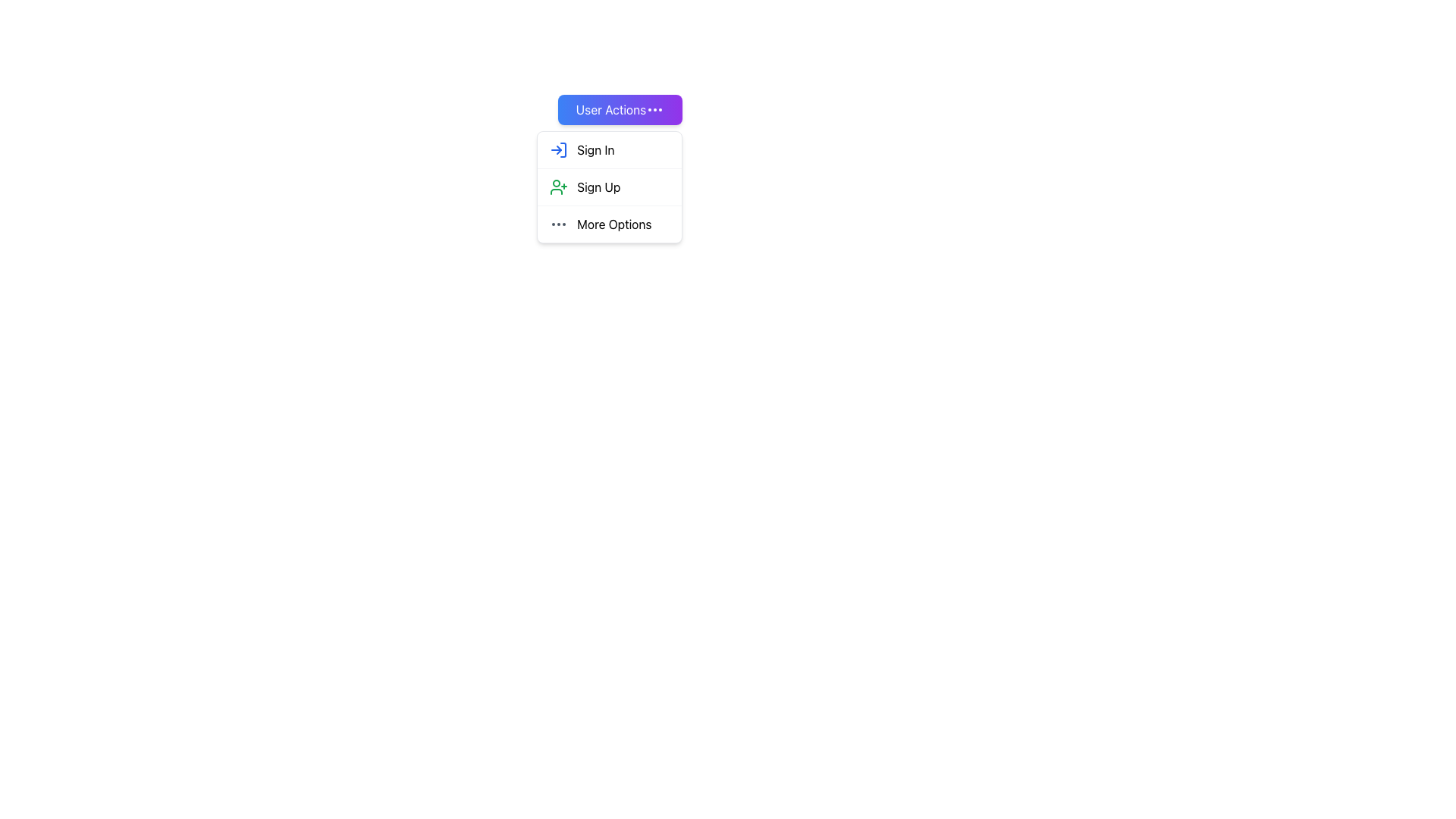 The image size is (1456, 819). I want to click on the 'Sign Up' option in the vertical menu, which is the second item in the list, so click(610, 186).